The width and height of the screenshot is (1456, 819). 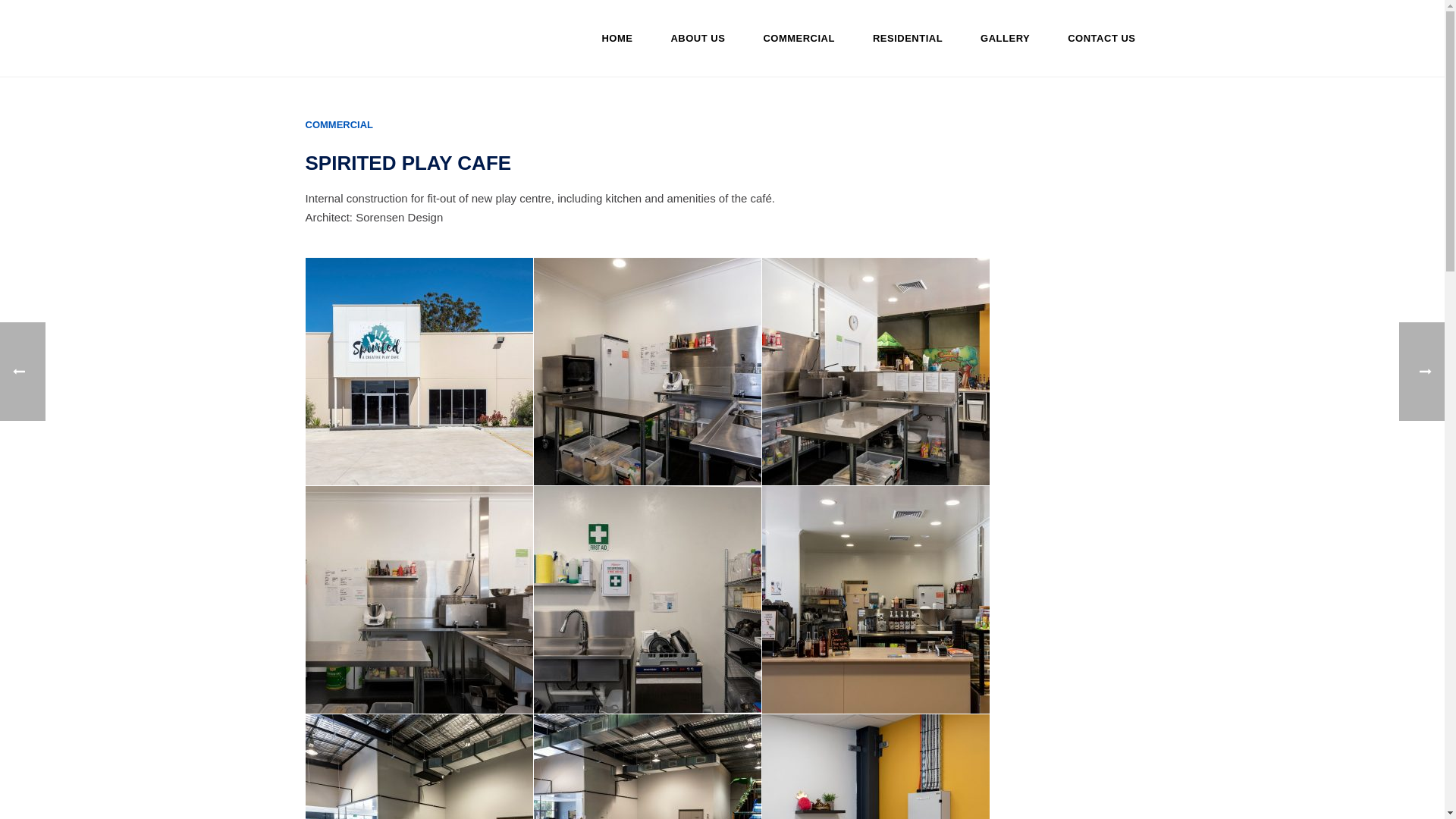 I want to click on '017-jt-20181120-0422-modifier-modifier', so click(x=648, y=371).